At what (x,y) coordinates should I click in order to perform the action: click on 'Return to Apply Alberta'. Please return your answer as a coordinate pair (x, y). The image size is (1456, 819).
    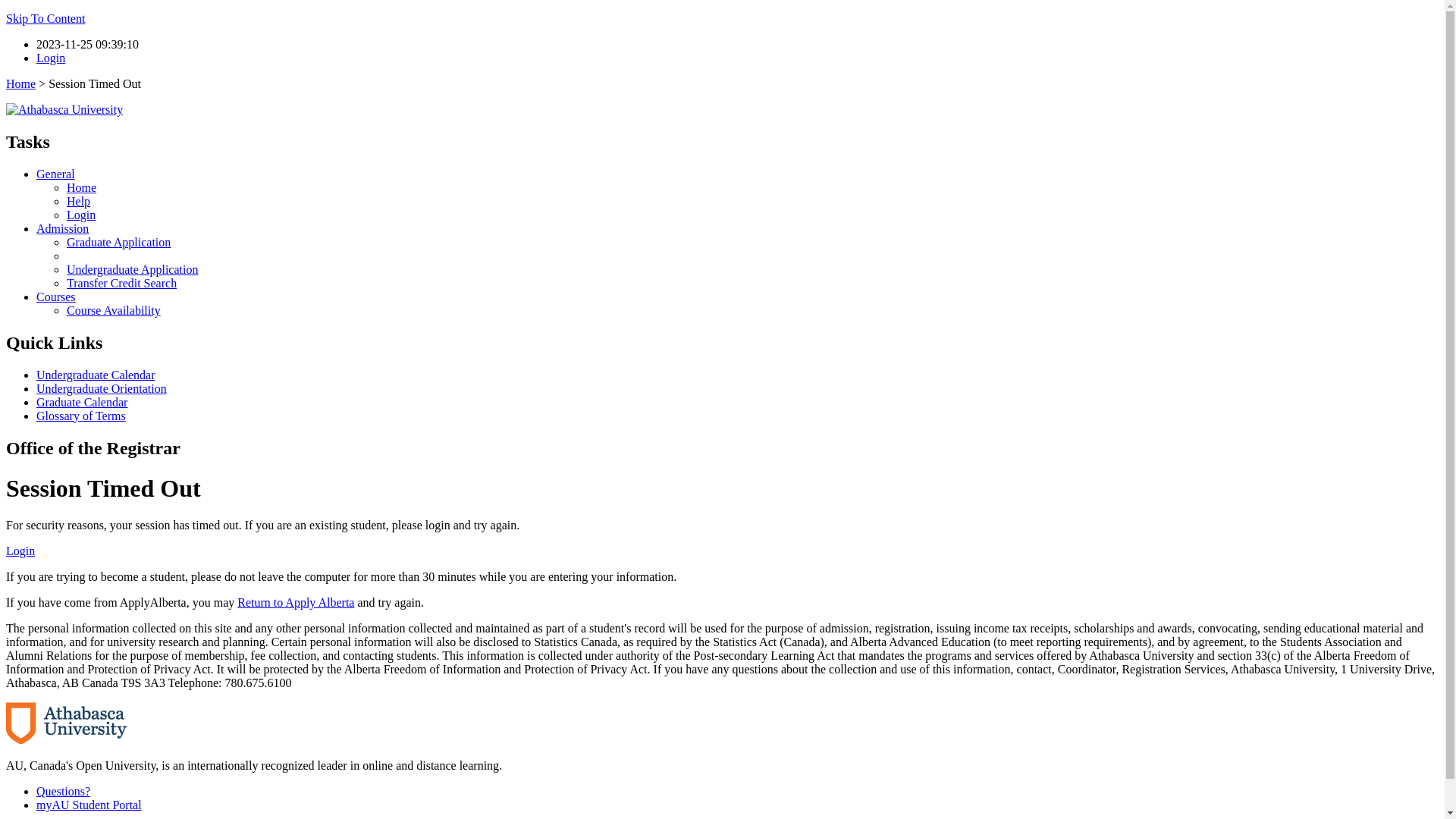
    Looking at the image, I should click on (295, 601).